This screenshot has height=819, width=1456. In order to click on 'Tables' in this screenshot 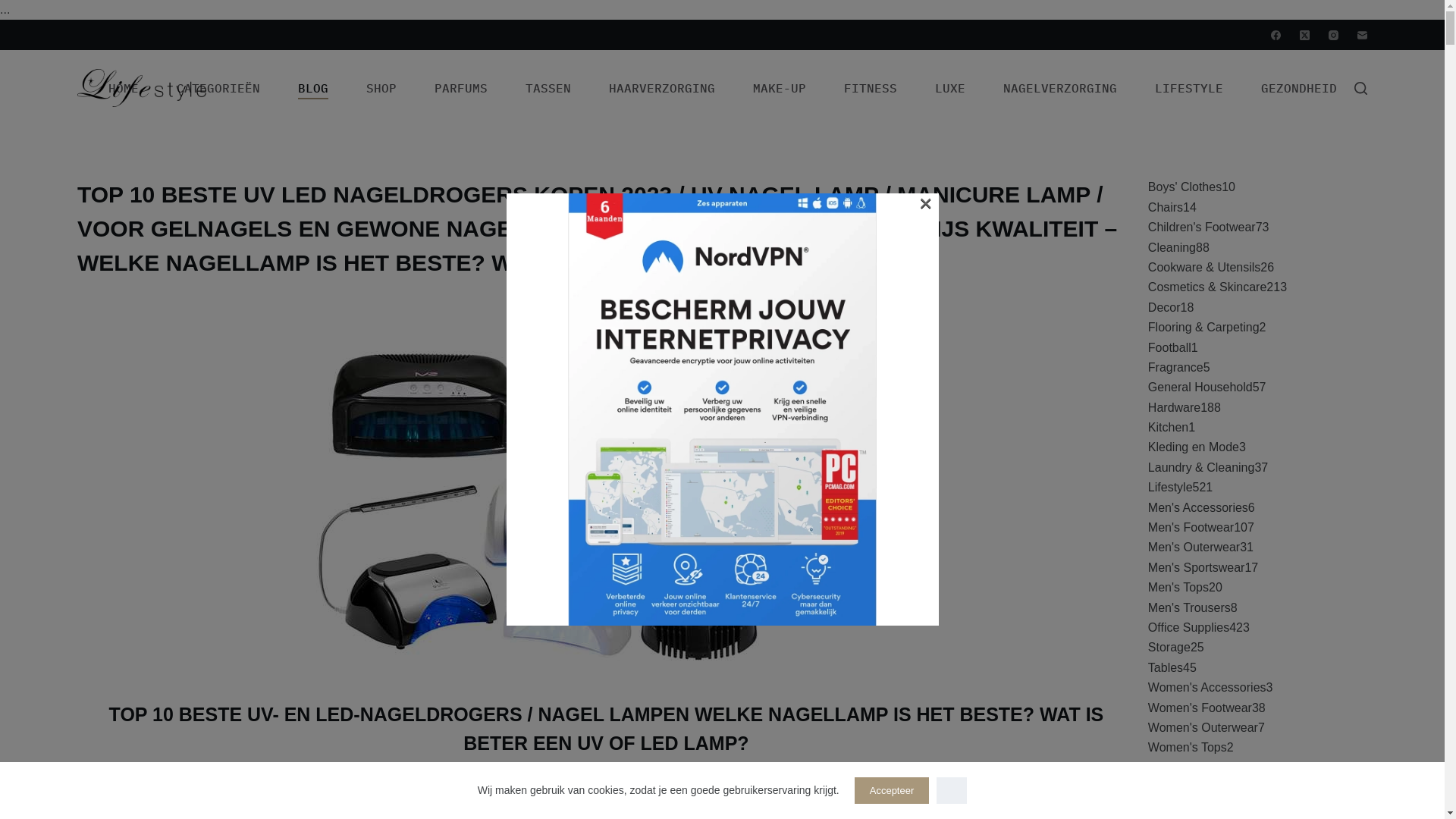, I will do `click(1164, 667)`.